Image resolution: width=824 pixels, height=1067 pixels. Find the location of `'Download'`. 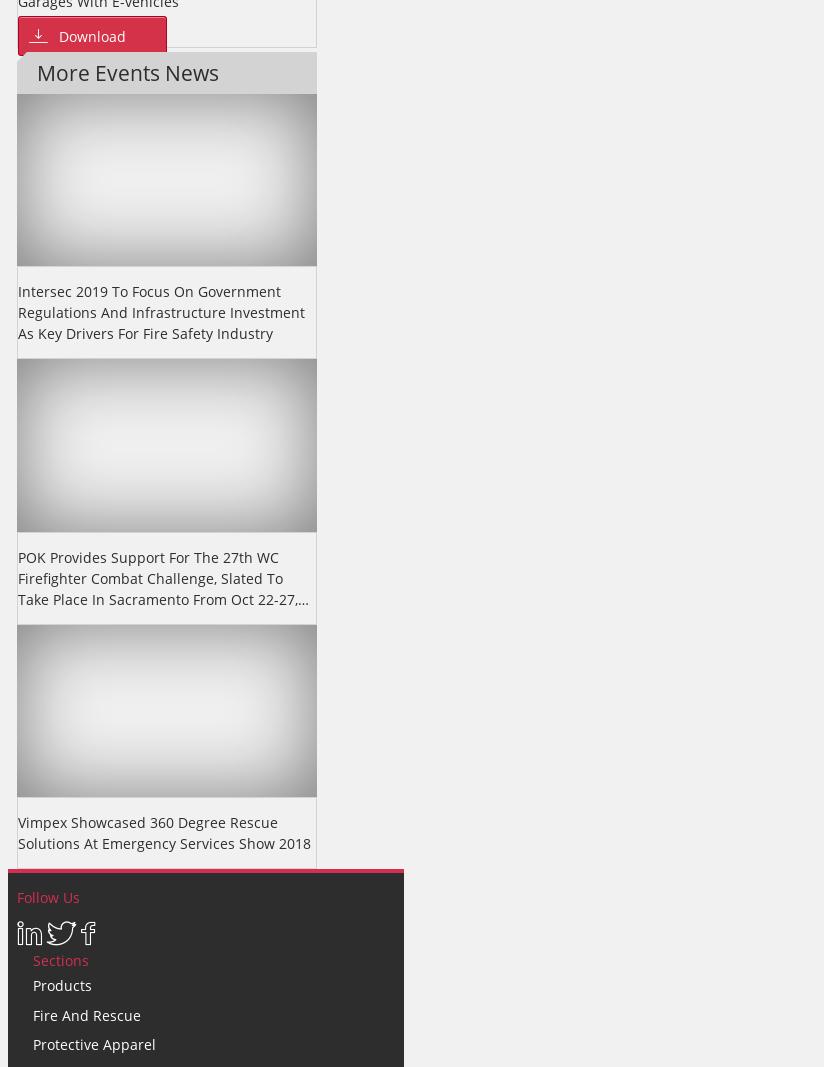

'Download' is located at coordinates (91, 34).